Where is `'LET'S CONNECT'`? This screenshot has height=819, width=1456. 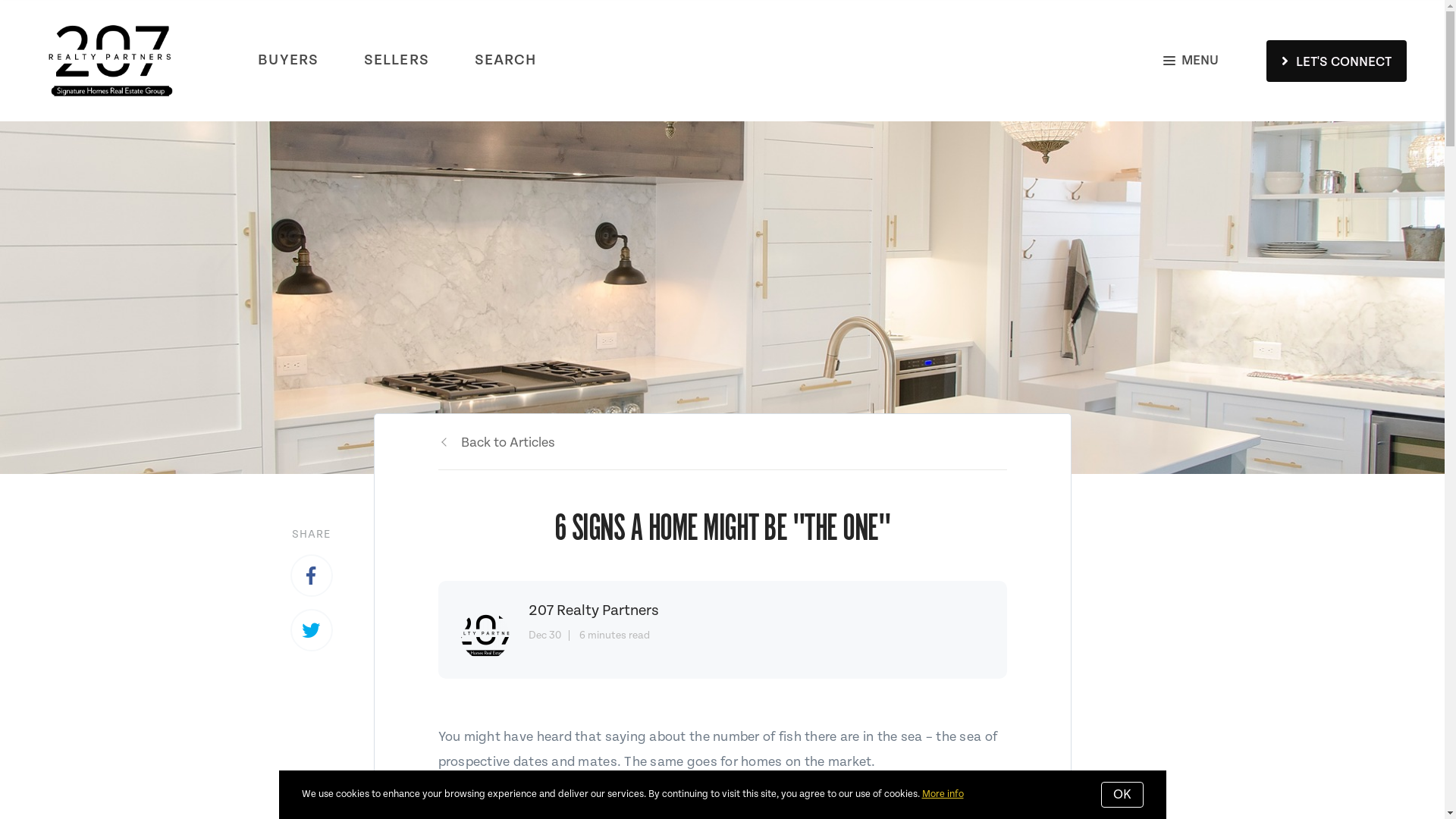
'LET'S CONNECT' is located at coordinates (1336, 59).